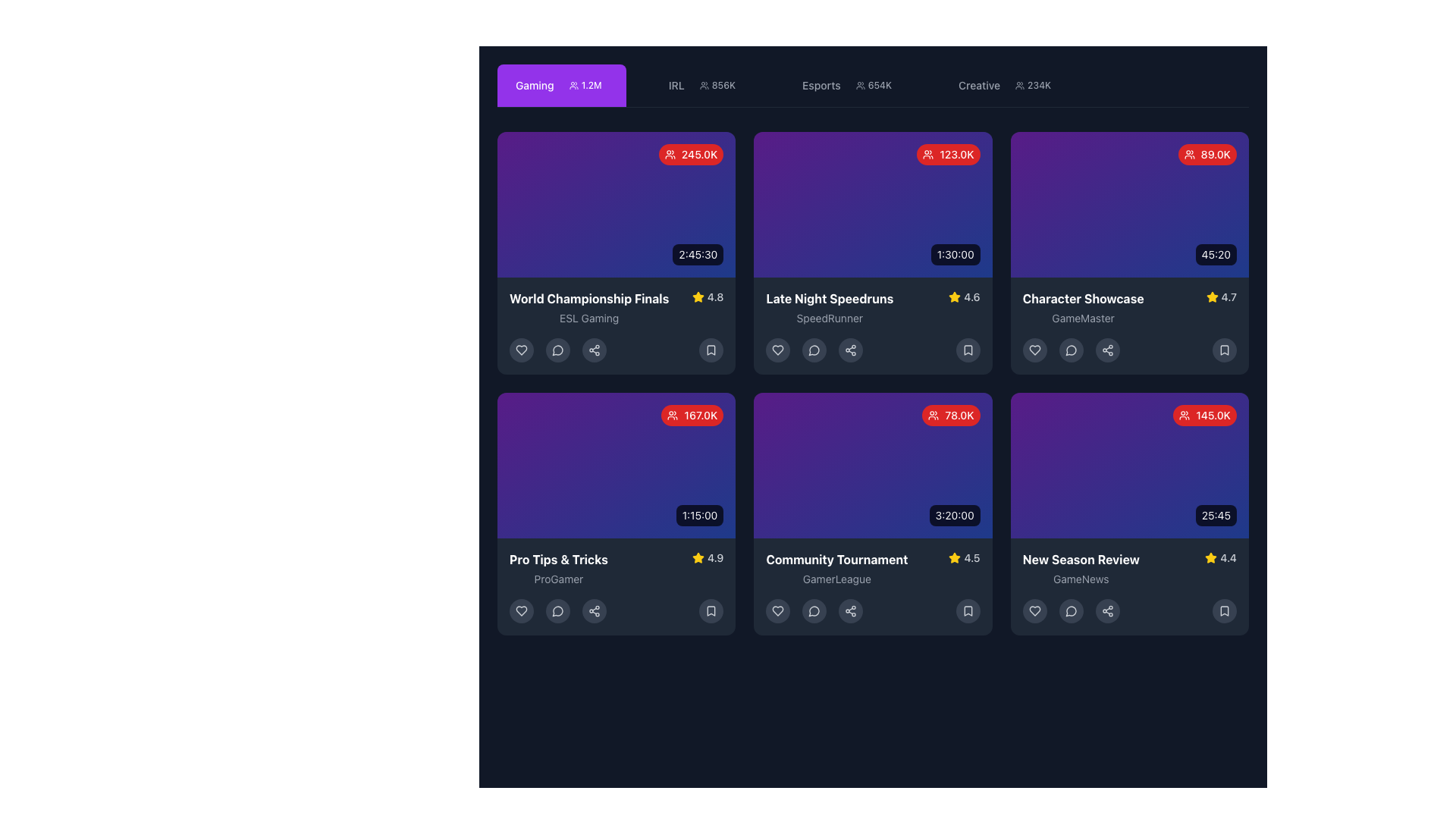 This screenshot has width=1456, height=819. What do you see at coordinates (967, 610) in the screenshot?
I see `the bookmark icon located at the bottom-right corner of the 'New Season Review' card` at bounding box center [967, 610].